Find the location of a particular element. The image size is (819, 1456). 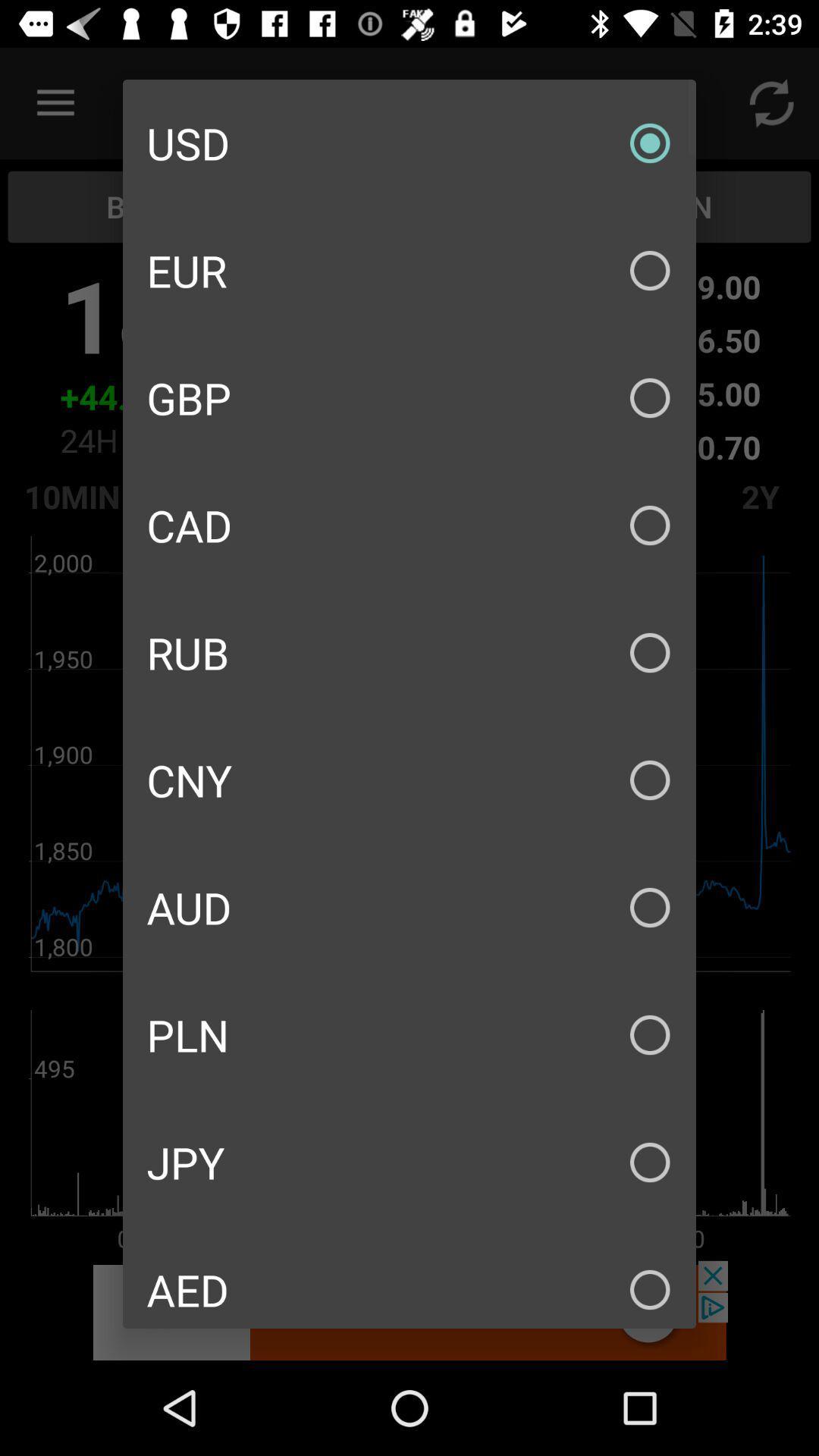

item above the cad item is located at coordinates (409, 397).